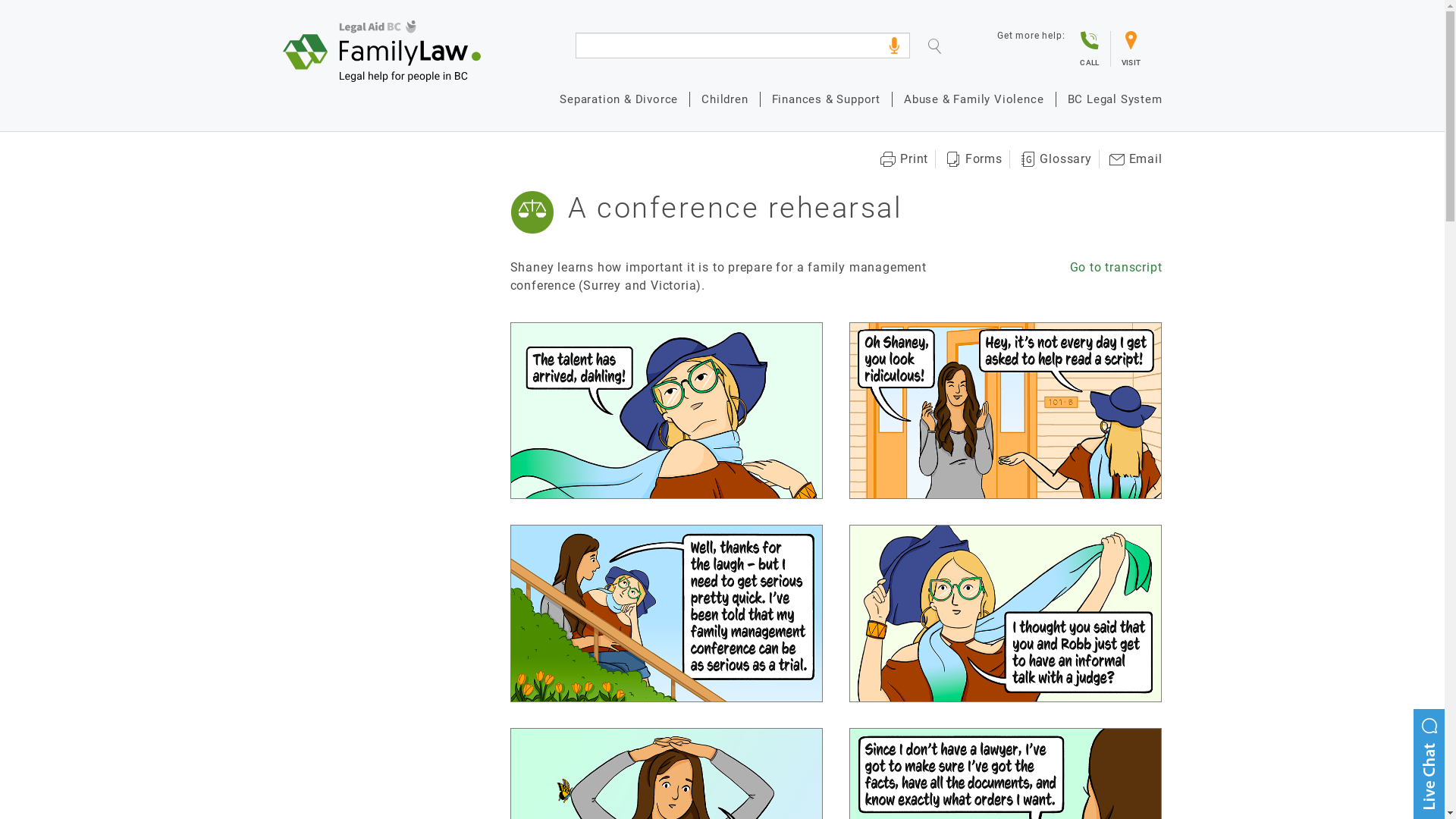  Describe the element at coordinates (619, 99) in the screenshot. I see `'Separation & Divorce'` at that location.